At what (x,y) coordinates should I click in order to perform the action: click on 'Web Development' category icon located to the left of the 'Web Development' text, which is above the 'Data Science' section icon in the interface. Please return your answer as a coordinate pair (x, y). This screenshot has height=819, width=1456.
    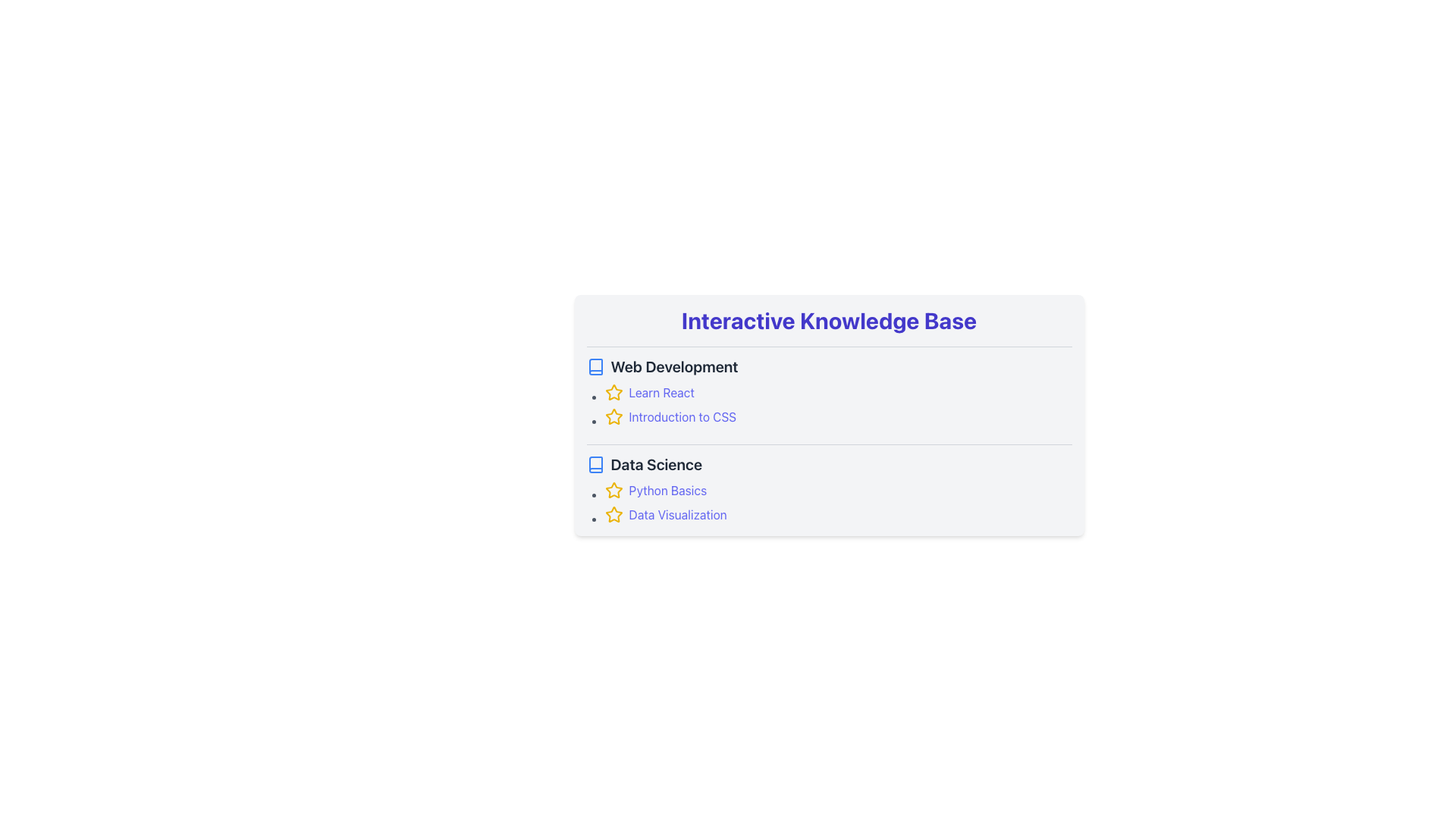
    Looking at the image, I should click on (595, 366).